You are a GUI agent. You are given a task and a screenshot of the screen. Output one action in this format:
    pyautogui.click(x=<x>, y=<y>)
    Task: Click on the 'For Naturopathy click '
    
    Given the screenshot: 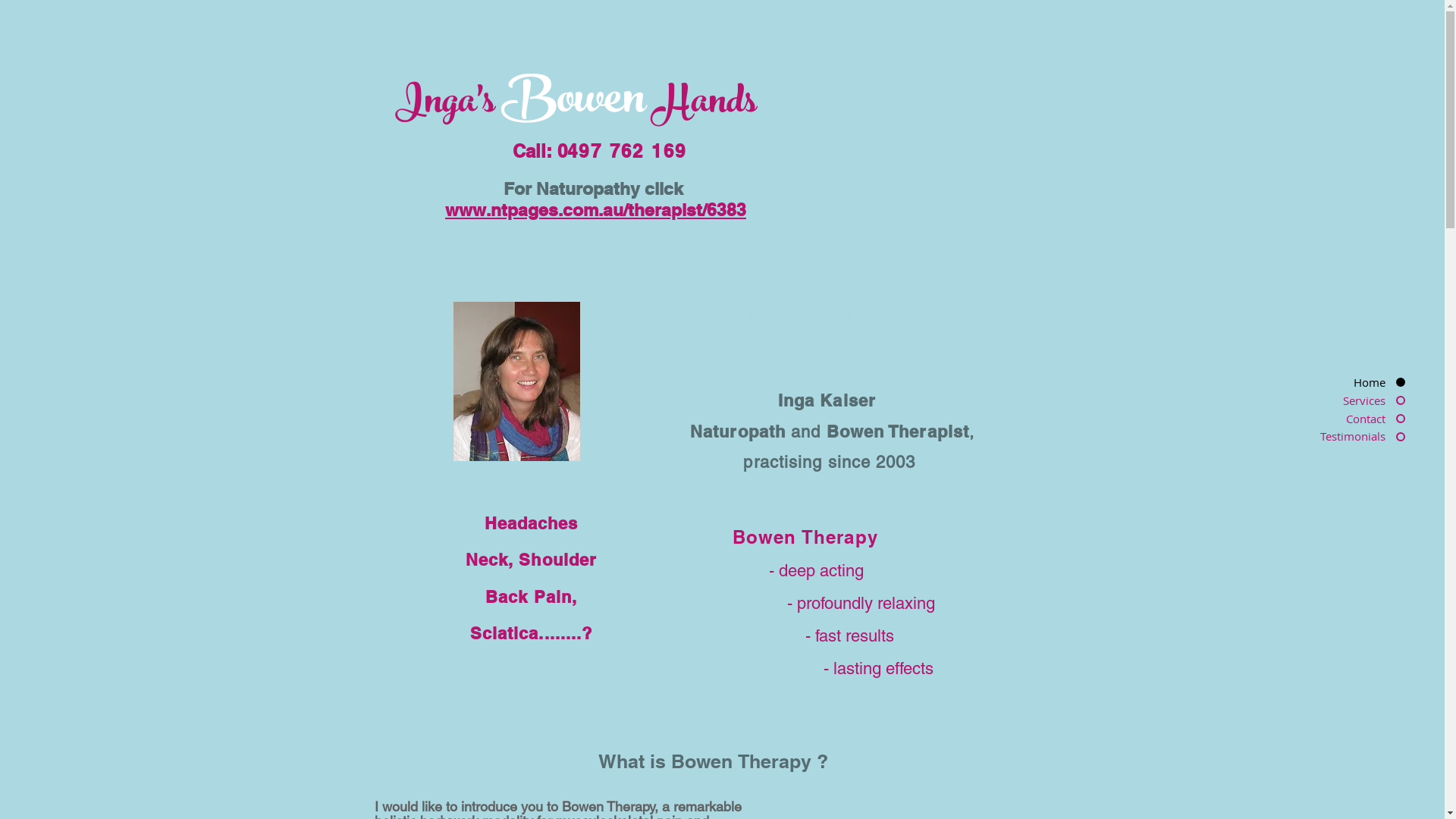 What is the action you would take?
    pyautogui.click(x=595, y=187)
    